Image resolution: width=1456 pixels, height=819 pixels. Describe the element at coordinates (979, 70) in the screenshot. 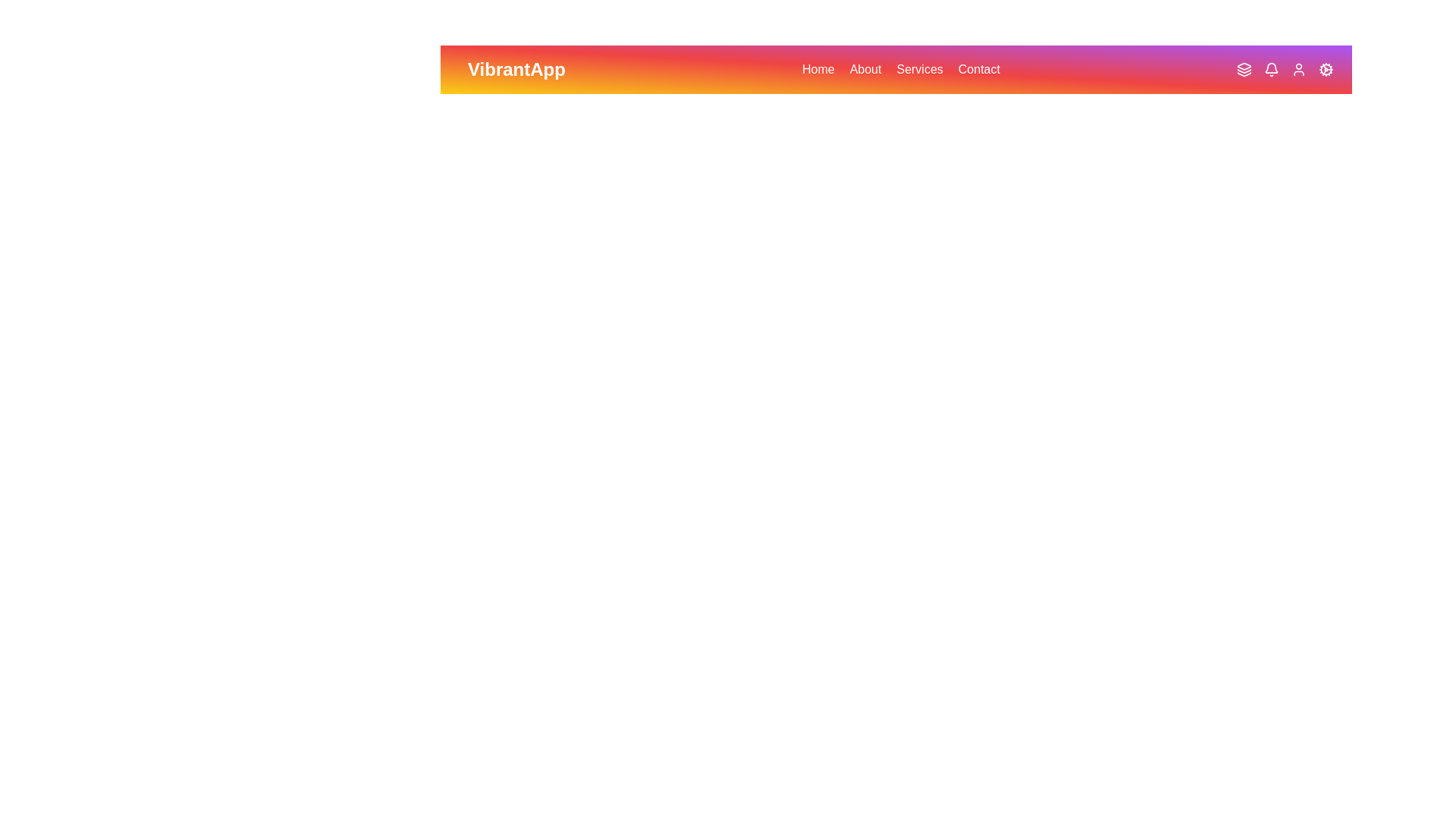

I see `the link labeled Contact to trigger its hover effect` at that location.